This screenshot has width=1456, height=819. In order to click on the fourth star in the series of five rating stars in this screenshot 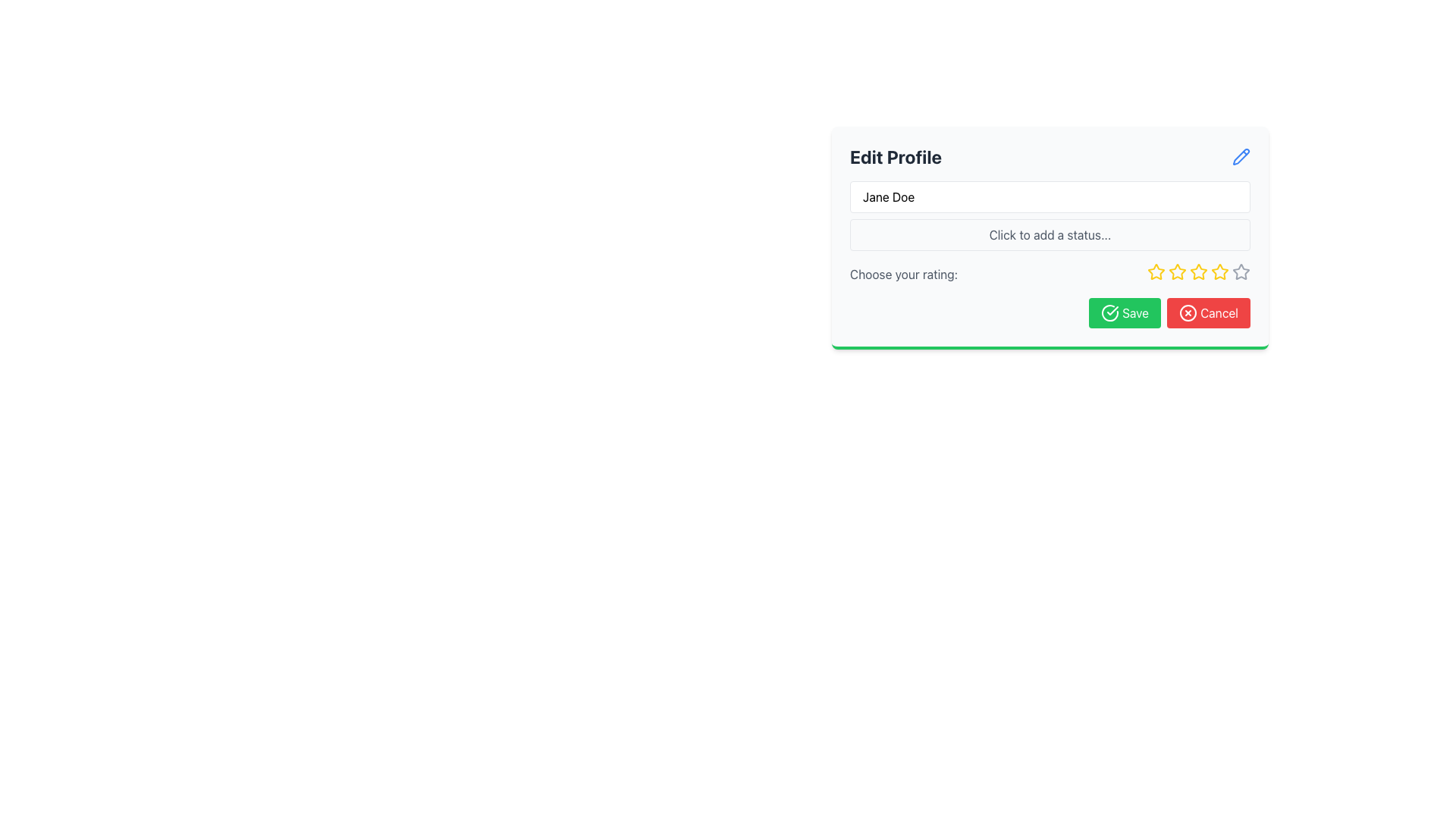, I will do `click(1197, 271)`.